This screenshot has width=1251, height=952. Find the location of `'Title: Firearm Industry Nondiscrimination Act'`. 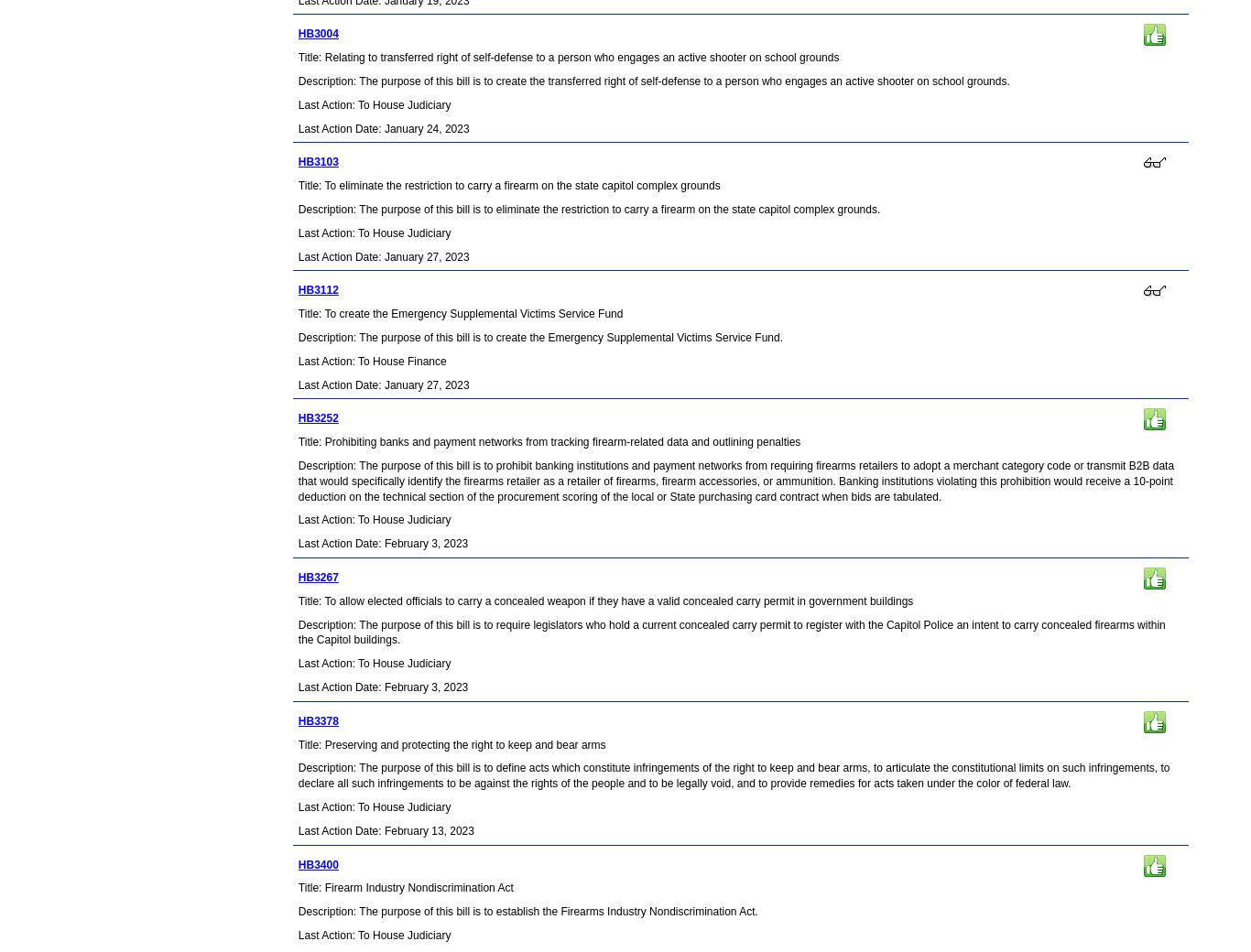

'Title: Firearm Industry Nondiscrimination Act' is located at coordinates (404, 888).